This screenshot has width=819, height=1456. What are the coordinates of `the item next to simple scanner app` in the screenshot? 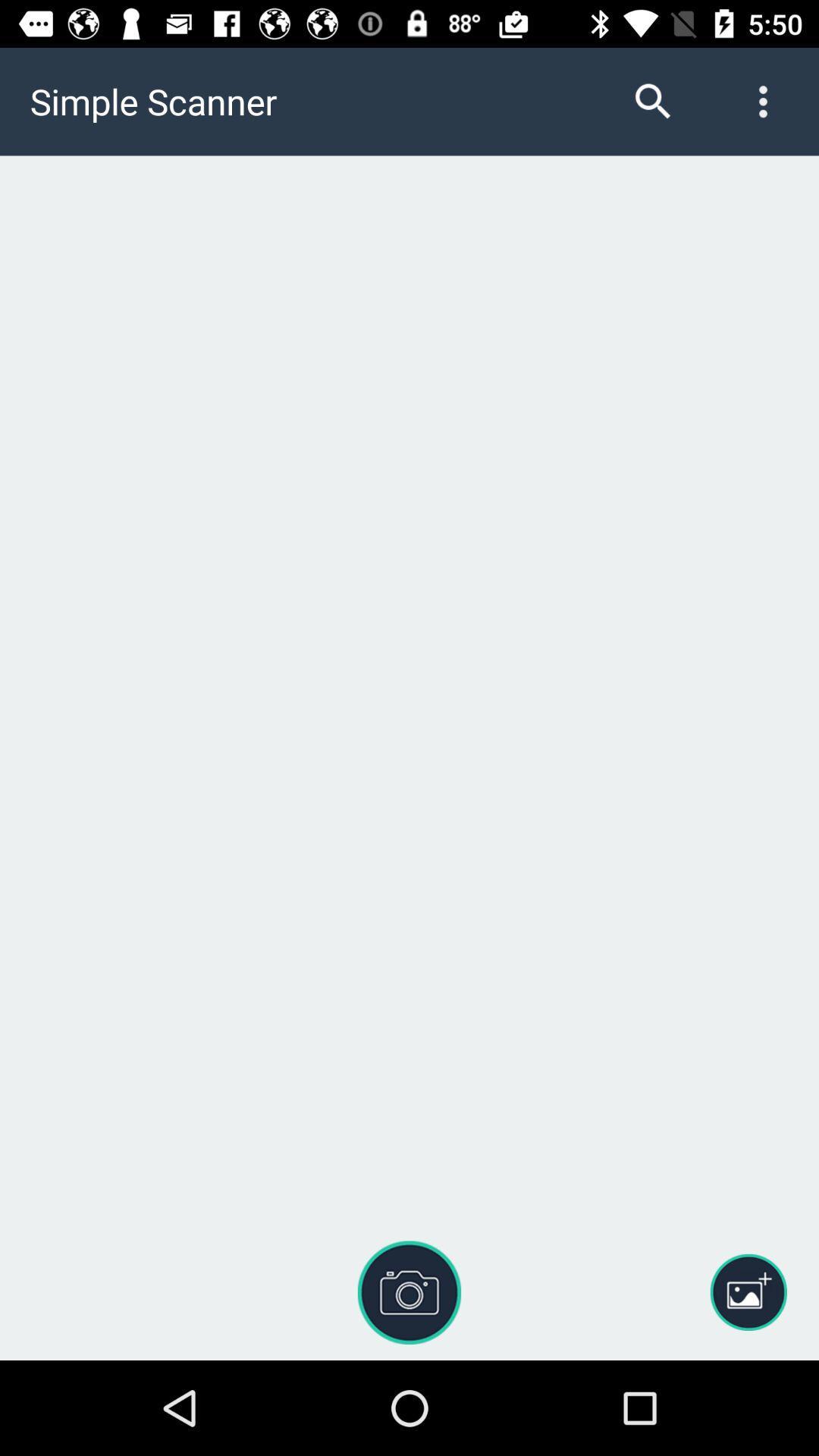 It's located at (652, 101).